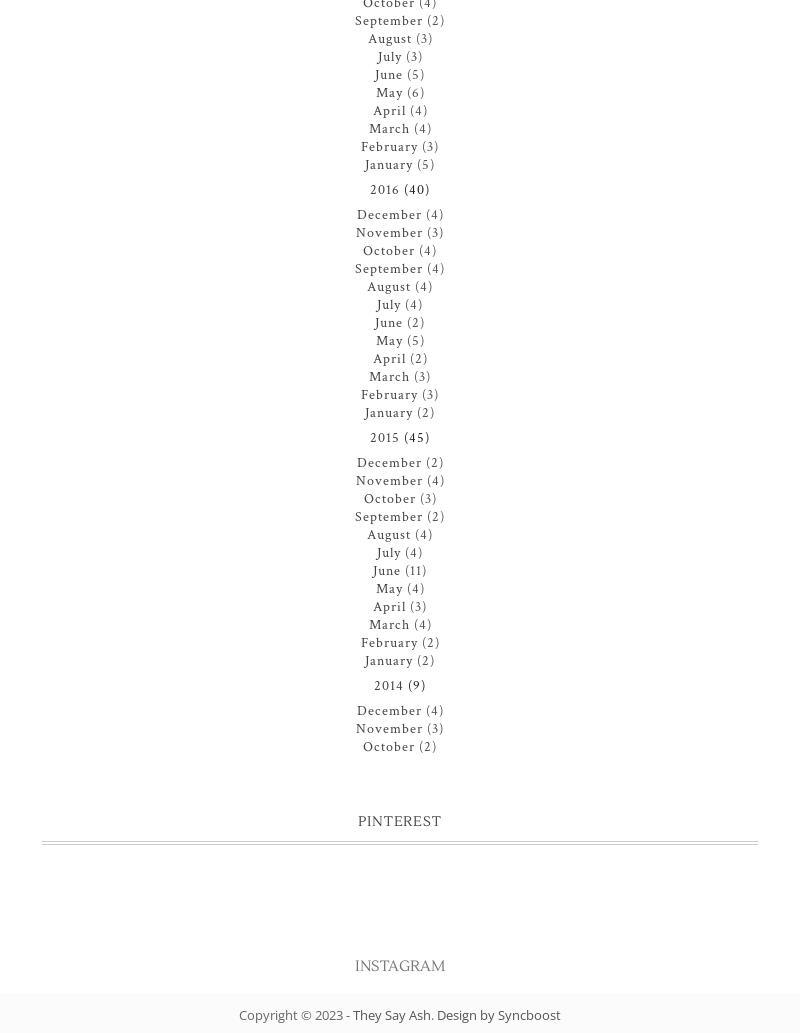 This screenshot has height=1033, width=800. What do you see at coordinates (398, 821) in the screenshot?
I see `'Pinterest'` at bounding box center [398, 821].